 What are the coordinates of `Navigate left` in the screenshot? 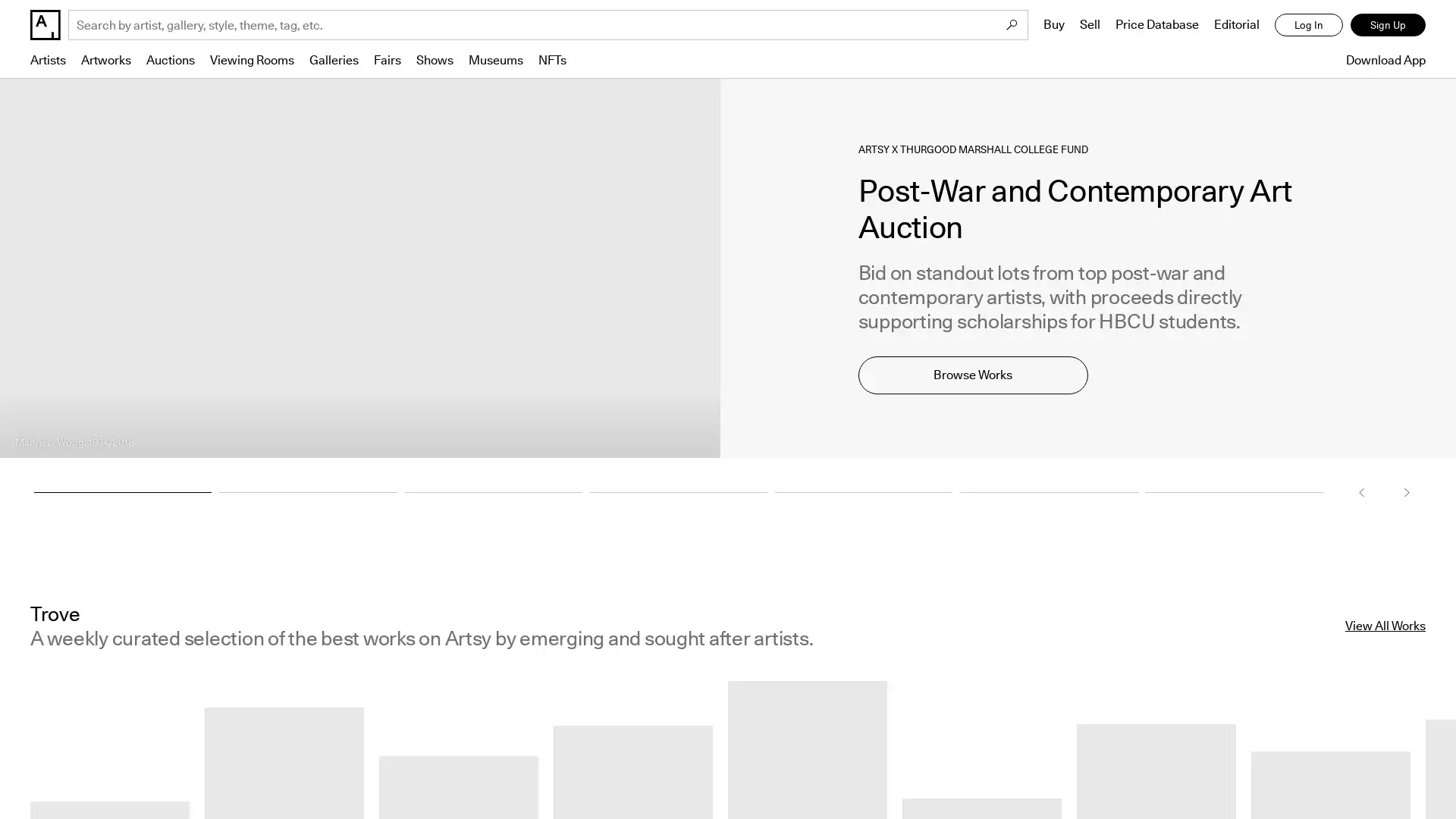 It's located at (1361, 491).